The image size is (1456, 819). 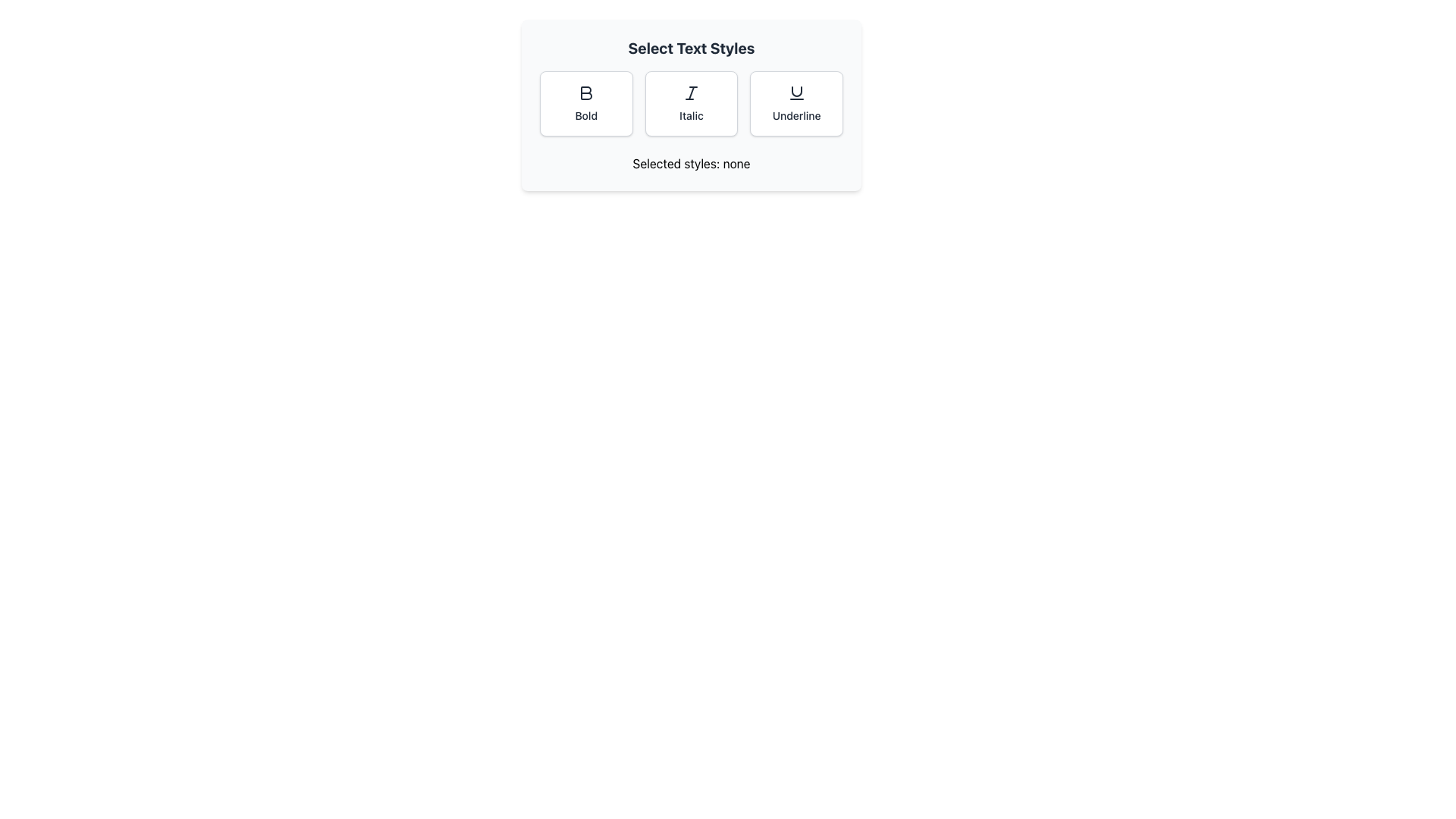 I want to click on the 'Italic' button, which is the second button in a grid of three under the title 'Select Text Styles' and features an italicized 'I' icon, so click(x=691, y=104).